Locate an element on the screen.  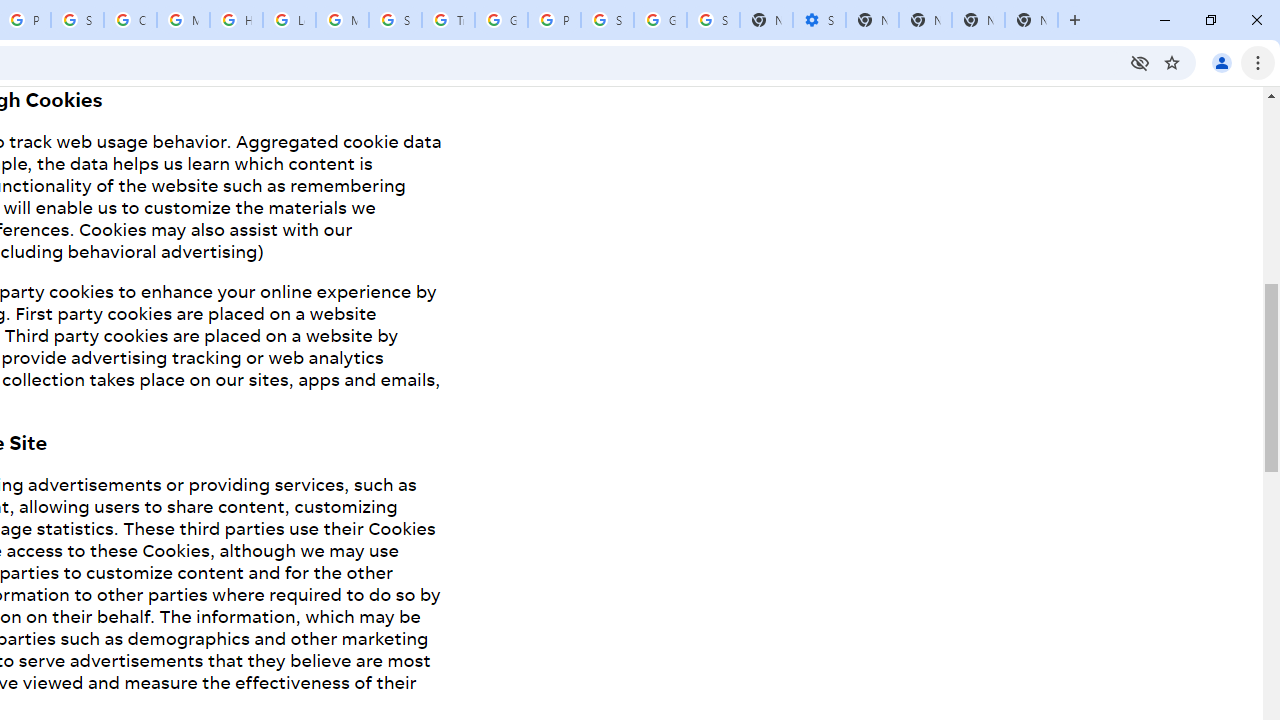
'Trusted Information and Content - Google Safety Center' is located at coordinates (447, 20).